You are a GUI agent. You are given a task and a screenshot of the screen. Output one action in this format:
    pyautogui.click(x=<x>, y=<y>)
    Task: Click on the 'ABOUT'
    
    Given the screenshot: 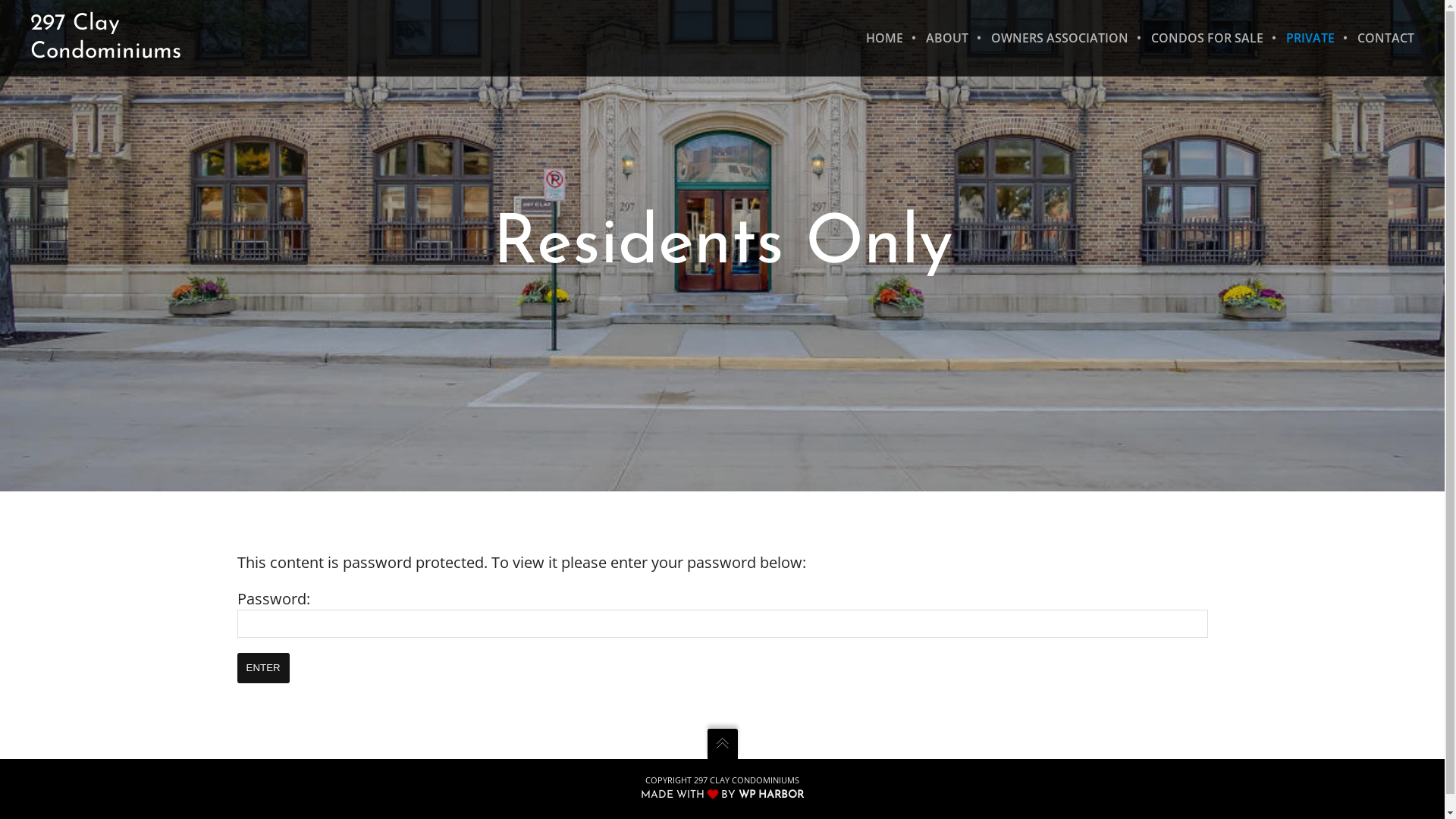 What is the action you would take?
    pyautogui.click(x=913, y=37)
    